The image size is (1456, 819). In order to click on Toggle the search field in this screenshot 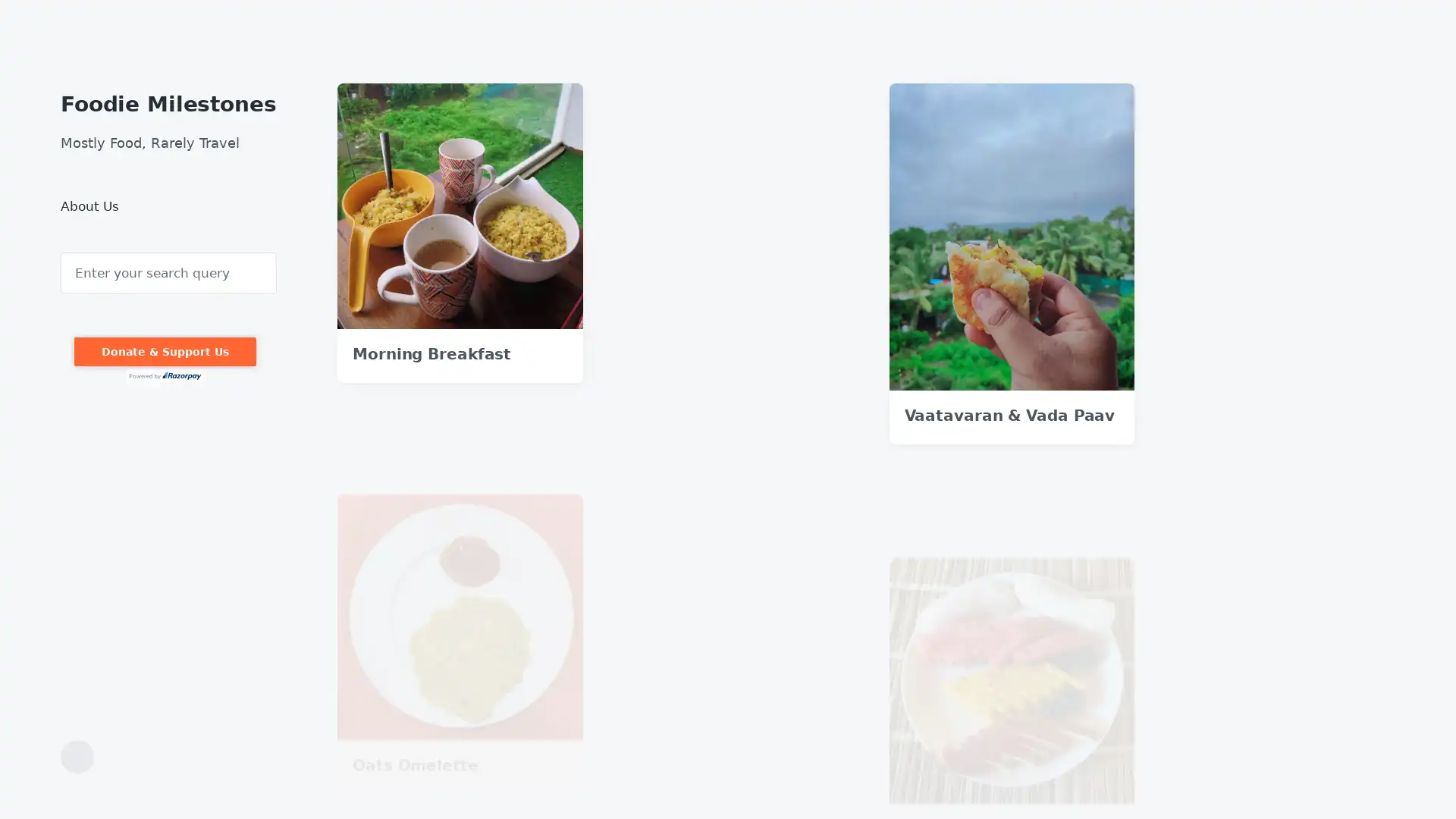, I will do `click(76, 757)`.